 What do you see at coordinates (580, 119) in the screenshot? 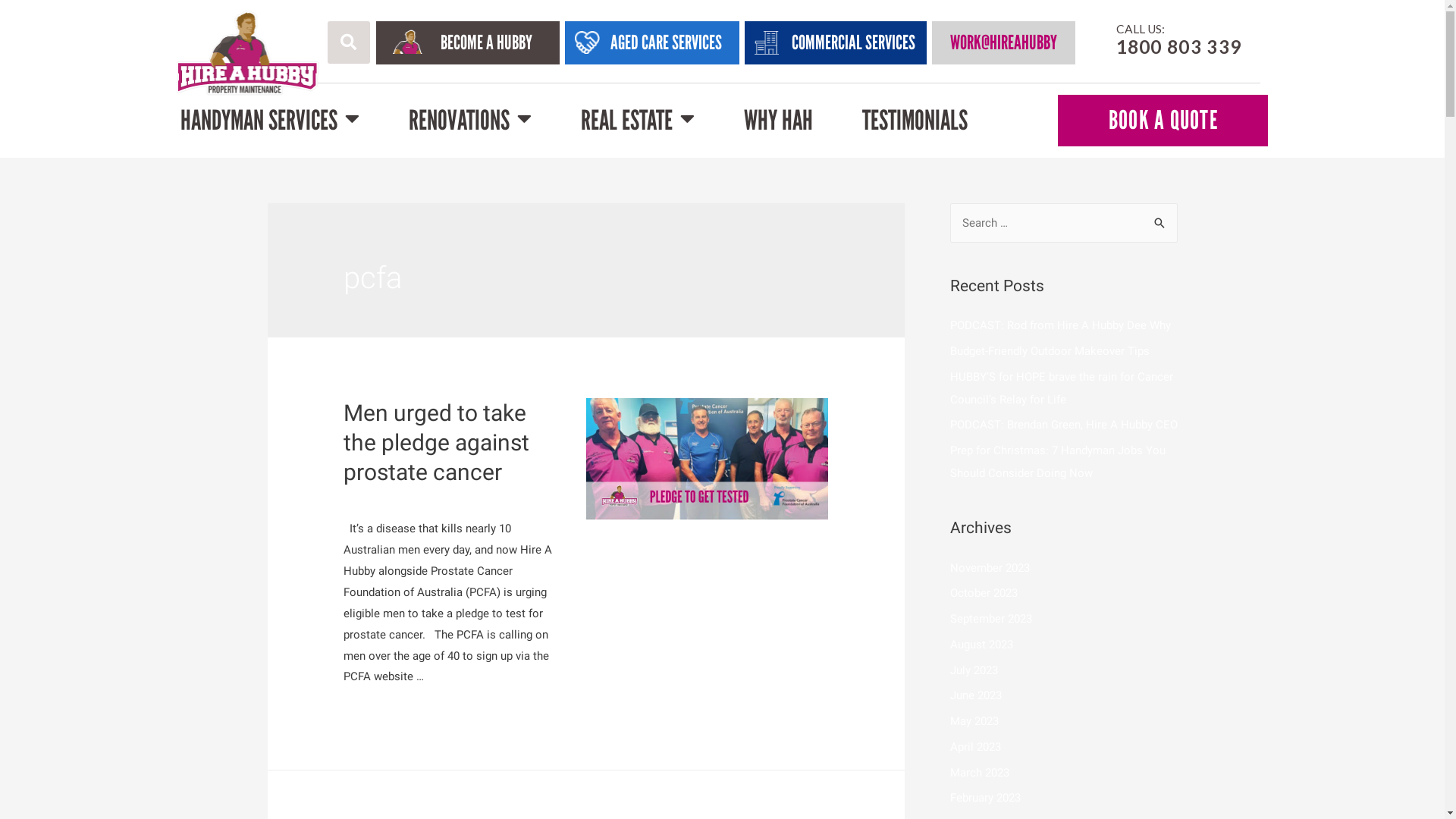
I see `'REAL ESTATE'` at bounding box center [580, 119].